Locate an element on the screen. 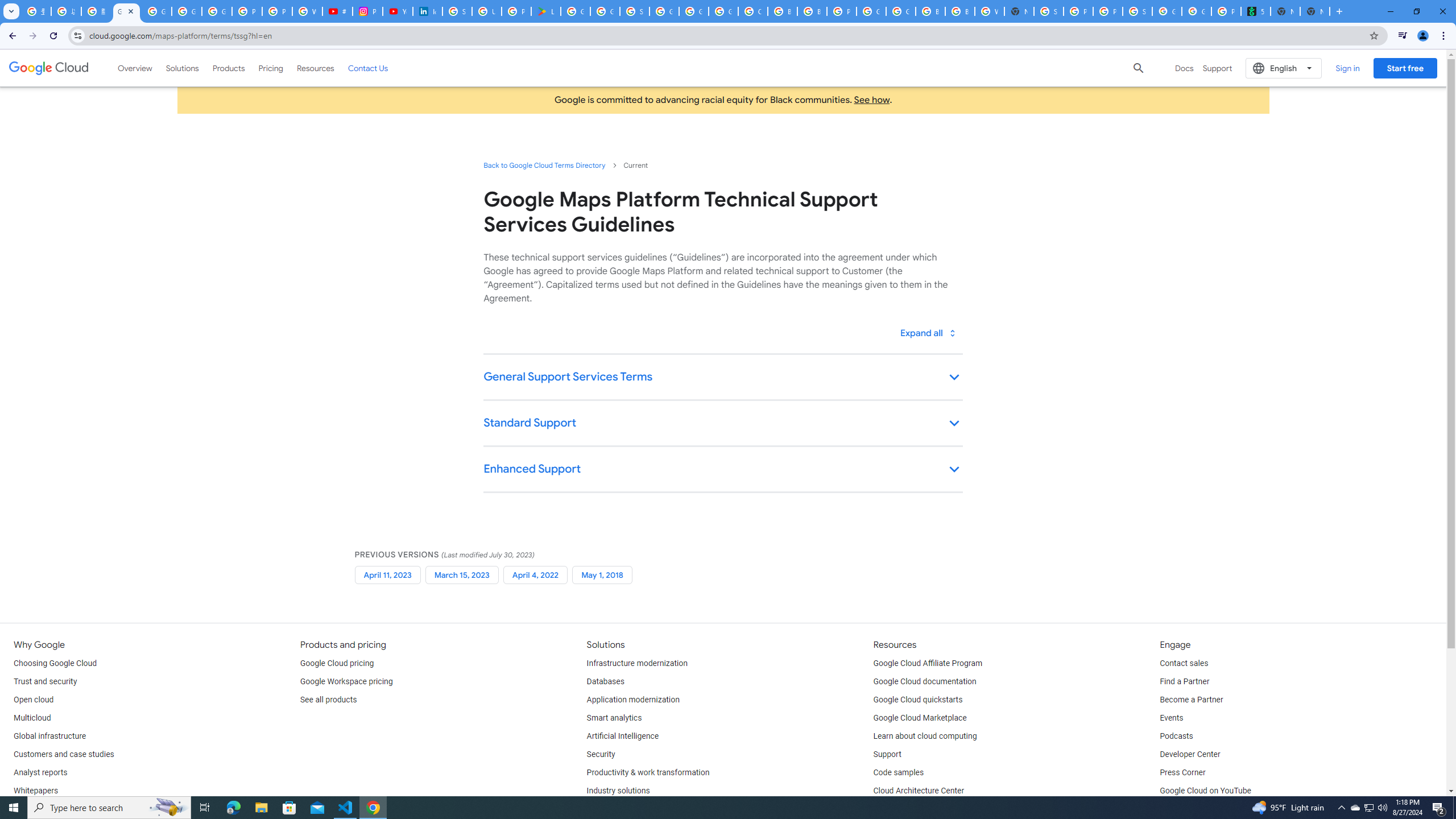 The image size is (1456, 819). 'Privacy Help Center - Policies Help' is located at coordinates (247, 11).